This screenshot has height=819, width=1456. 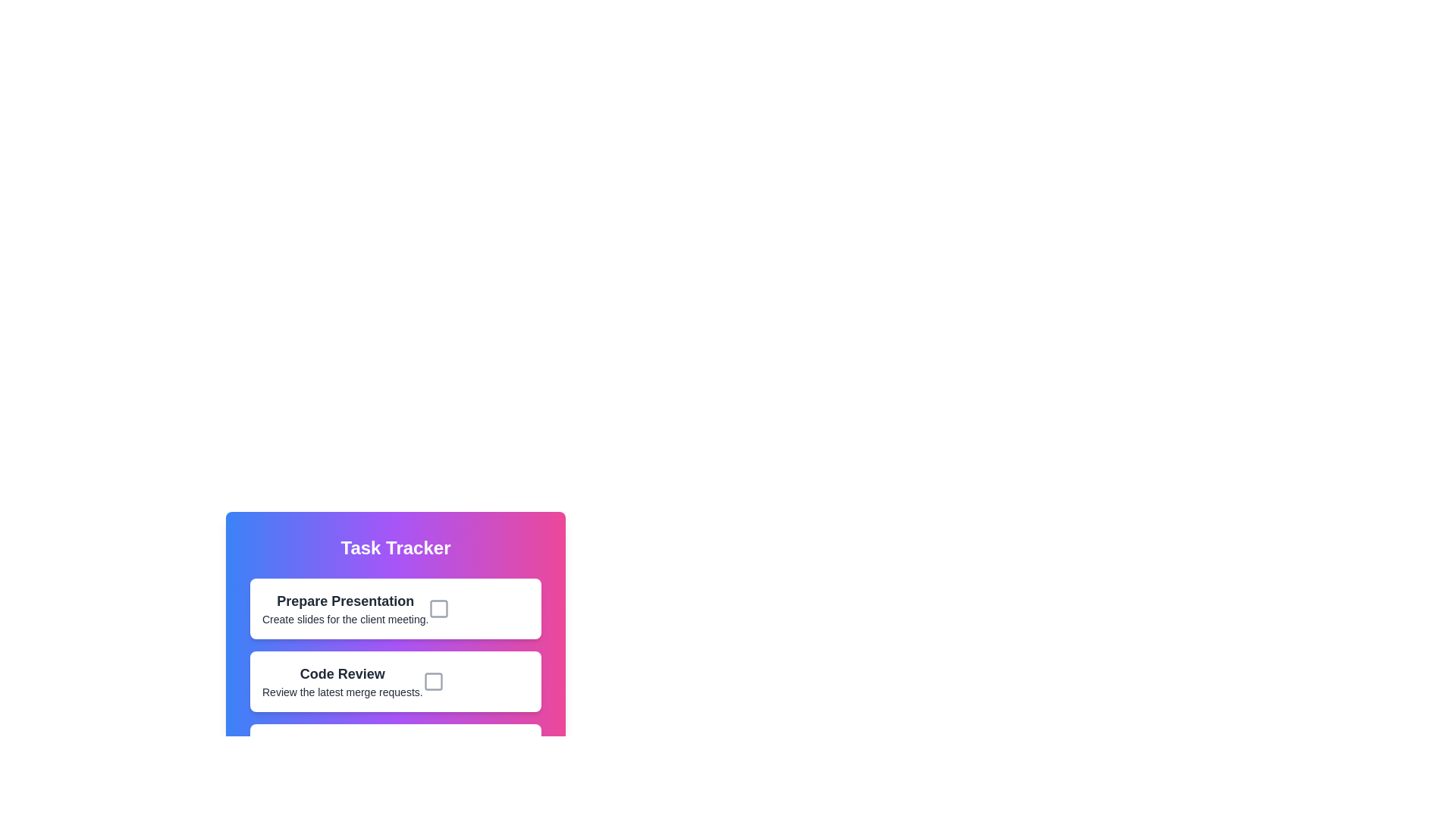 What do you see at coordinates (344, 620) in the screenshot?
I see `the detailed description text located below the 'Prepare Presentation' heading to associate this information with the related task above` at bounding box center [344, 620].